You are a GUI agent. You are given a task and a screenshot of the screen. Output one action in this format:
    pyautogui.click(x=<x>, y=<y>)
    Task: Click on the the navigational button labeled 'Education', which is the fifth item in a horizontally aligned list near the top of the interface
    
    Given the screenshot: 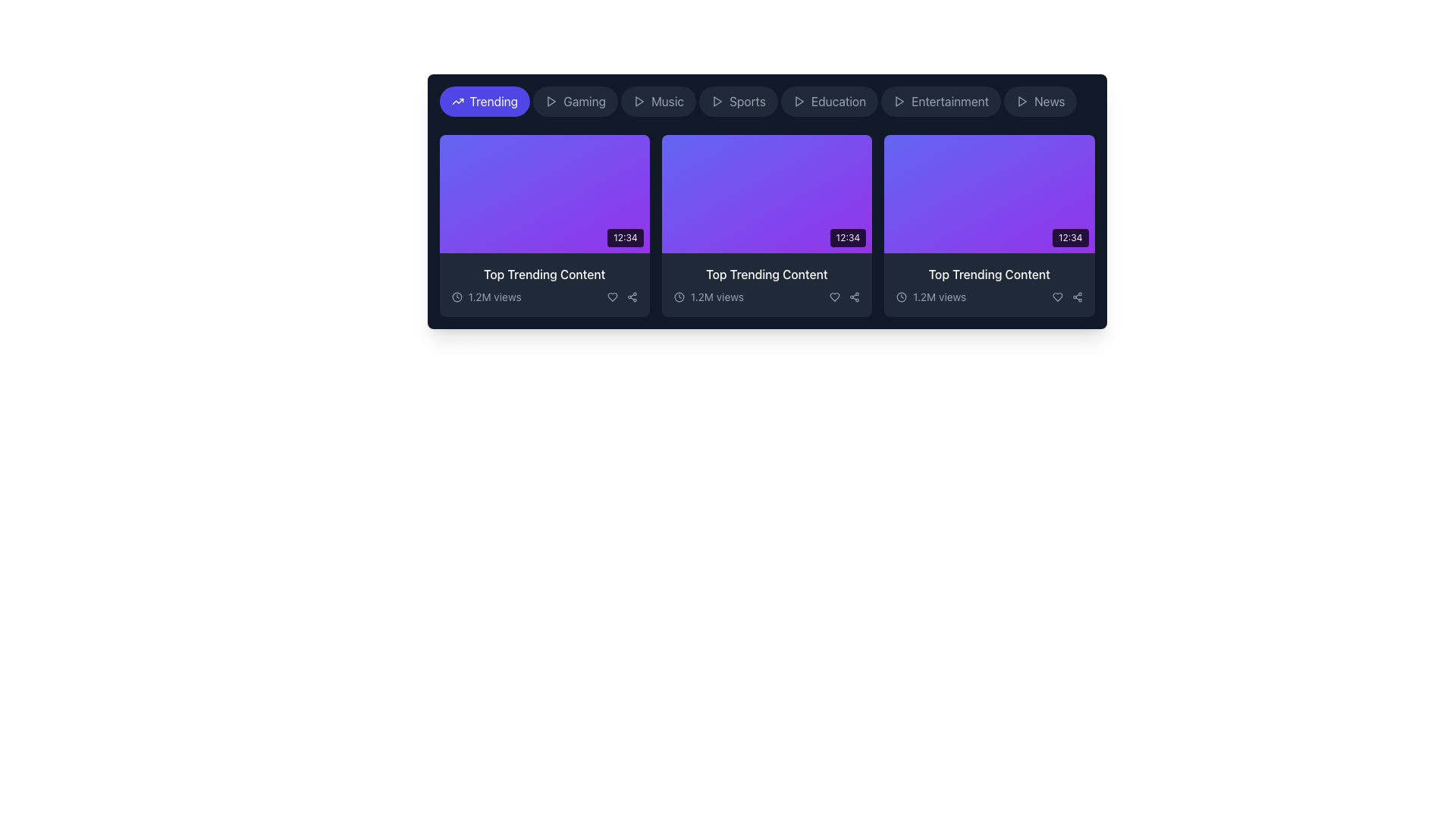 What is the action you would take?
    pyautogui.click(x=829, y=102)
    